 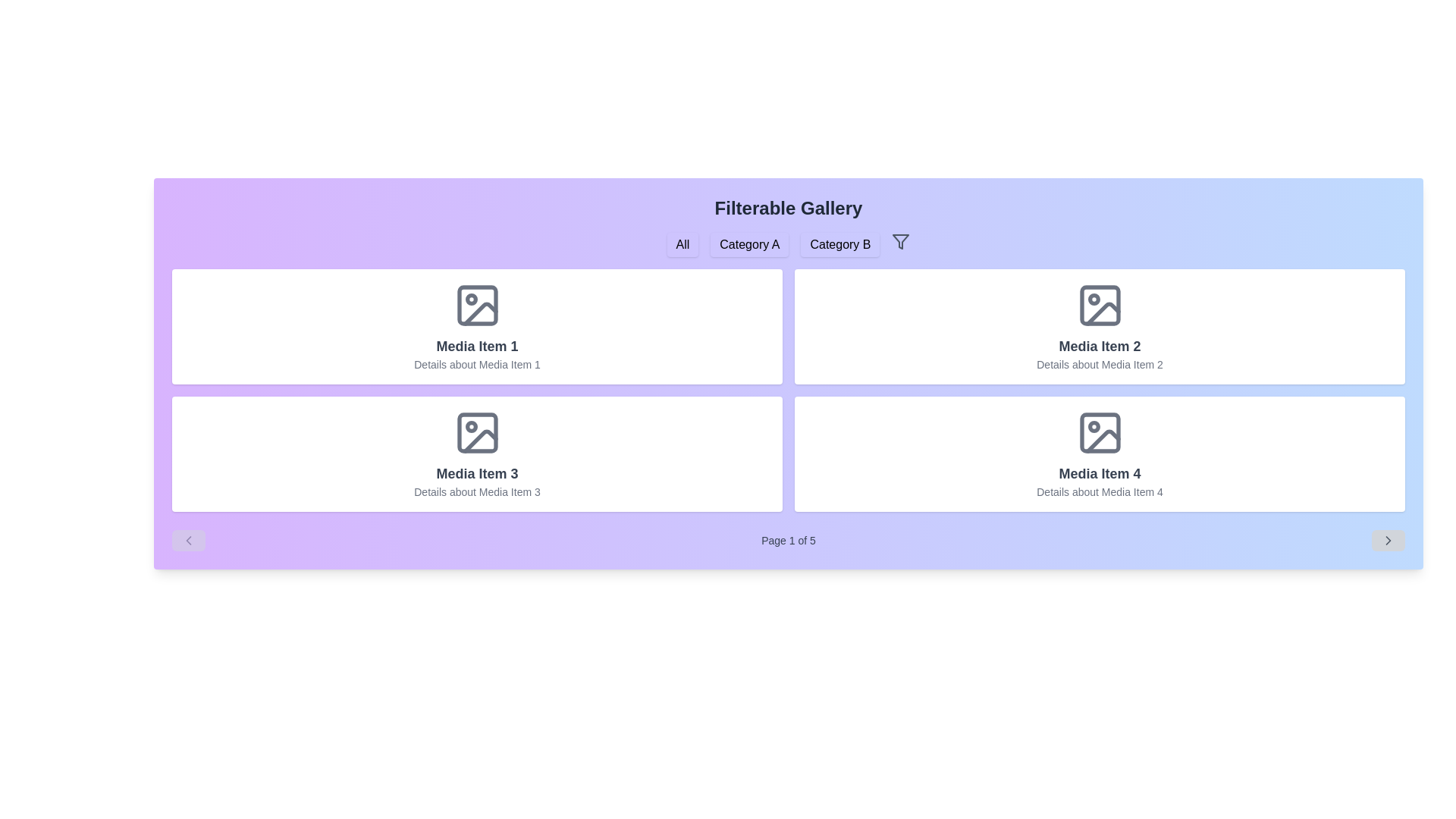 What do you see at coordinates (1100, 453) in the screenshot?
I see `the 'Media Item 4' Display card located in the bottom right corner of the grid` at bounding box center [1100, 453].